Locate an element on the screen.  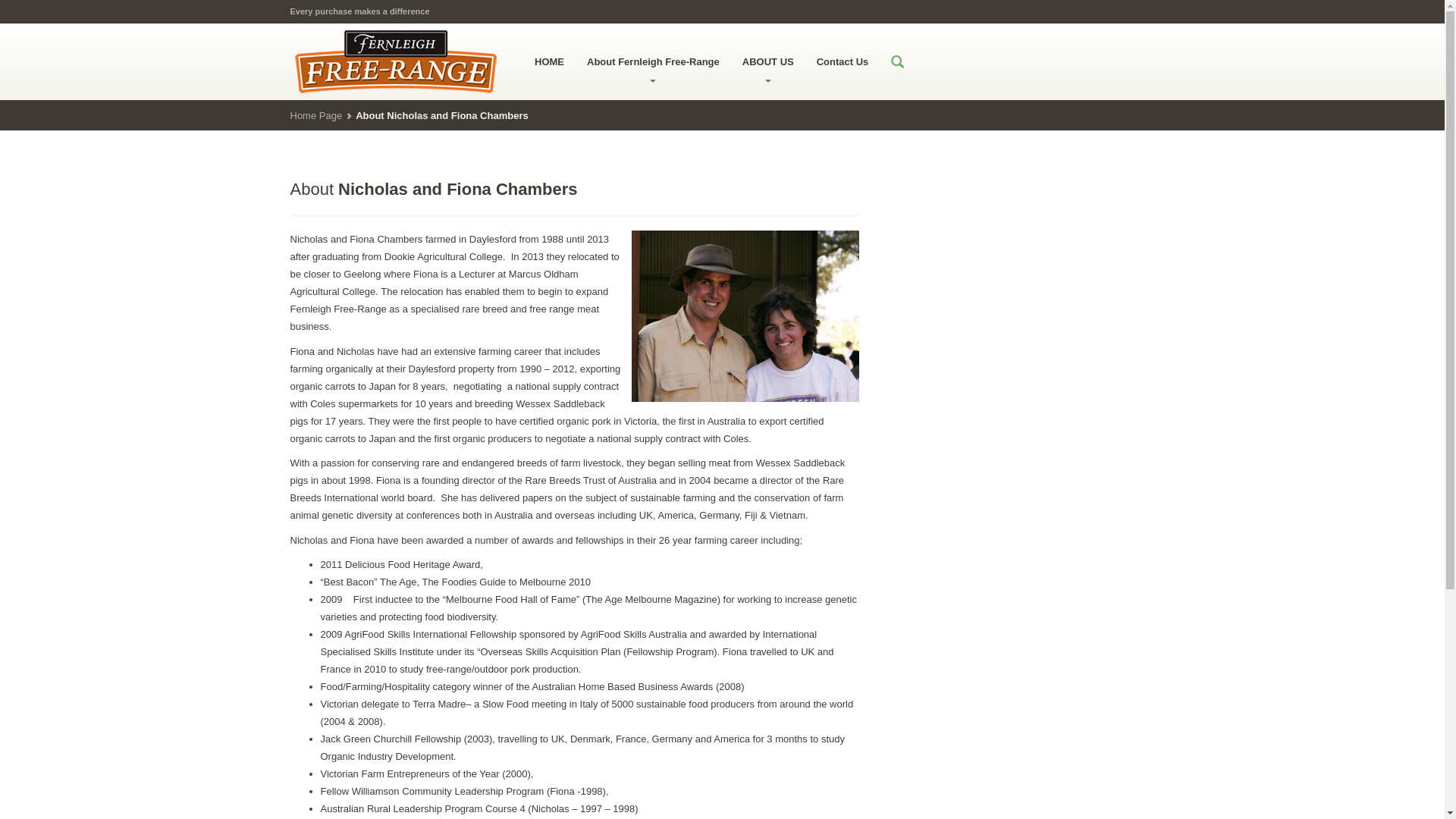
'Contact Us' is located at coordinates (842, 60).